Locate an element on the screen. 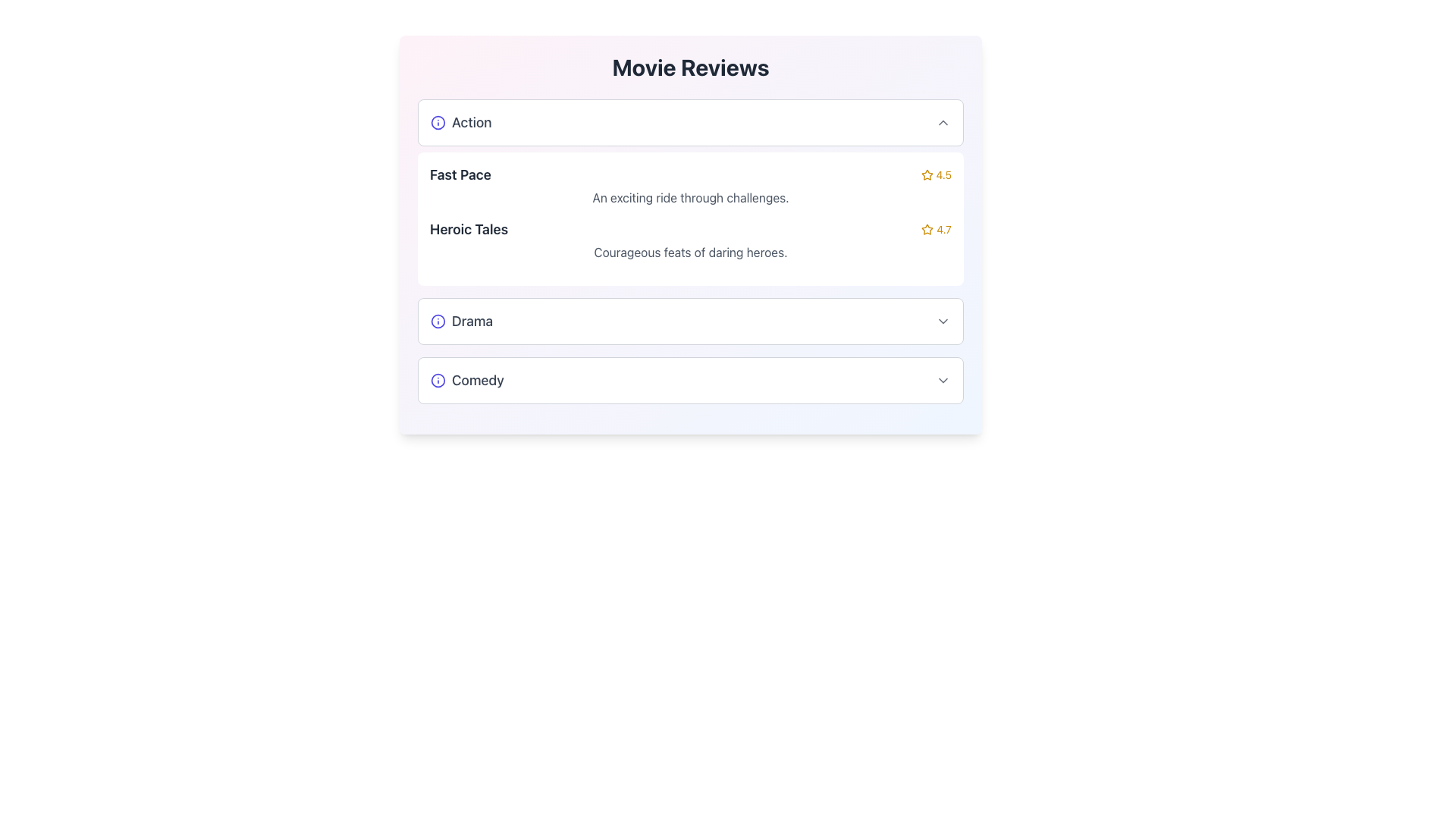 Image resolution: width=1456 pixels, height=819 pixels. the text label displaying 'Comedy' is located at coordinates (466, 379).